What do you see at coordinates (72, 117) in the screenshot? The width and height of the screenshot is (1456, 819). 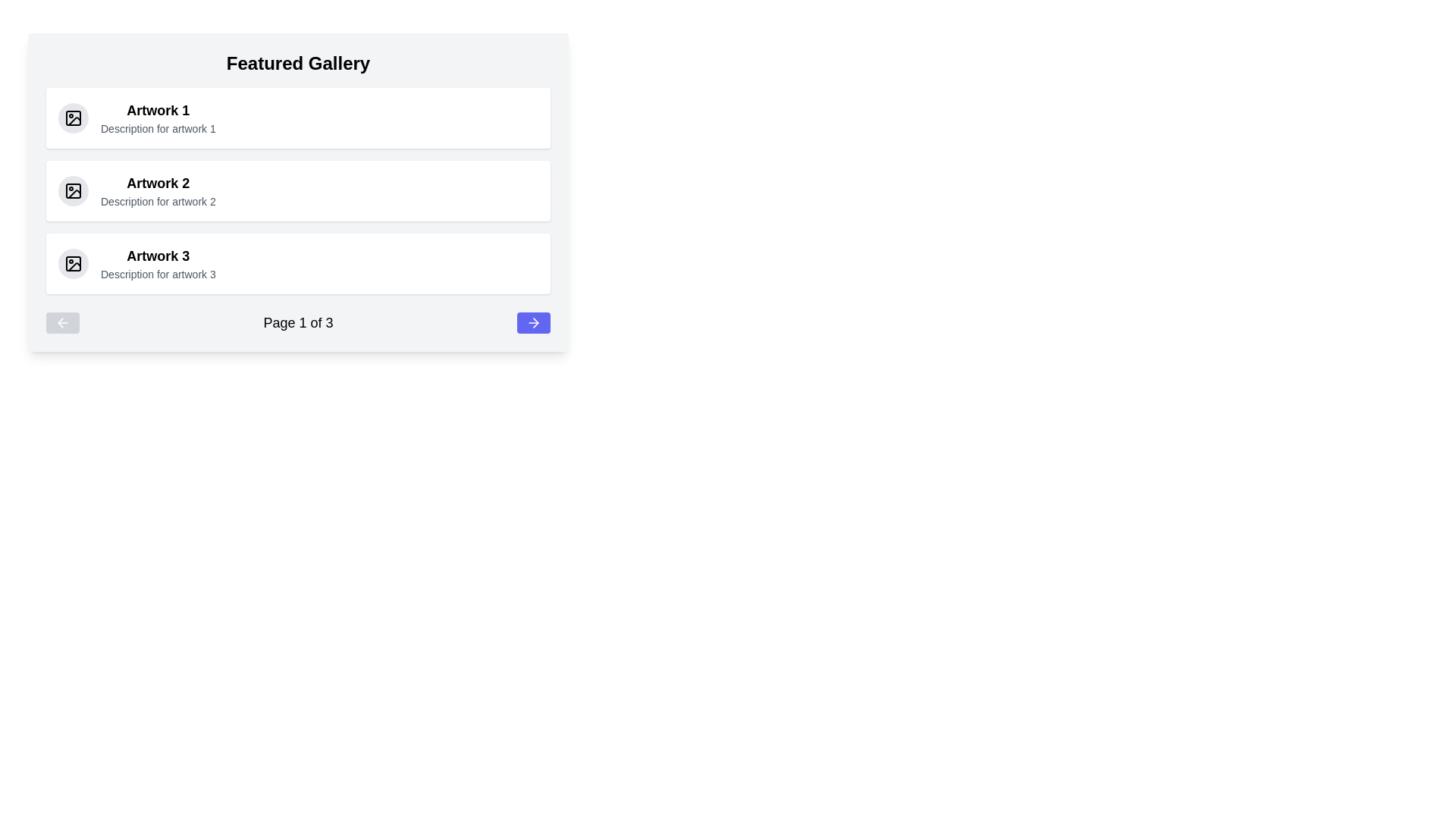 I see `the small square icon resembling a picture frame, located to the left of the title 'Artwork 1' in the 'Featured Gallery' list` at bounding box center [72, 117].